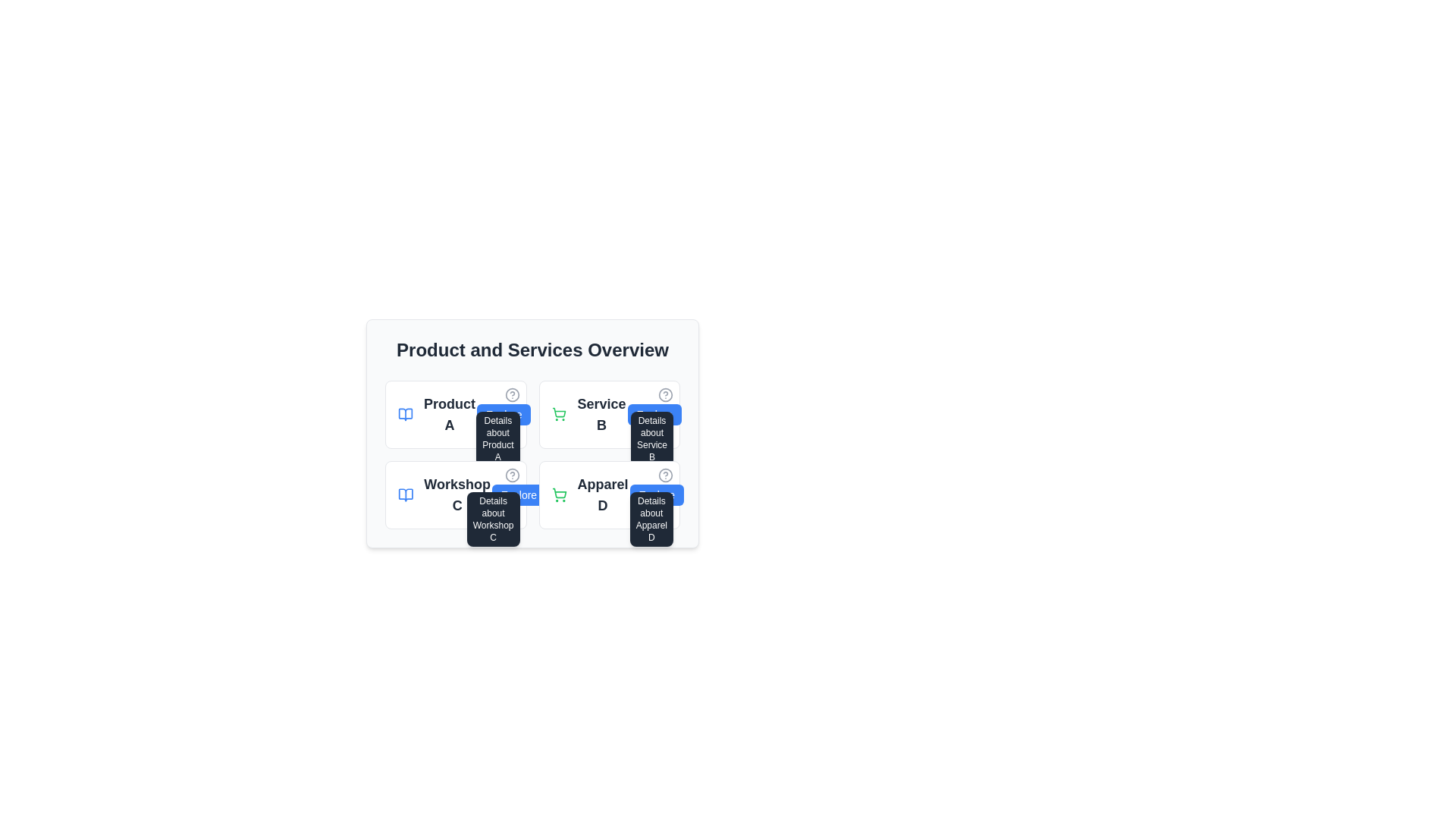 This screenshot has width=1456, height=819. What do you see at coordinates (455, 415) in the screenshot?
I see `the top-left product card in the grid that represents 'Product A'` at bounding box center [455, 415].